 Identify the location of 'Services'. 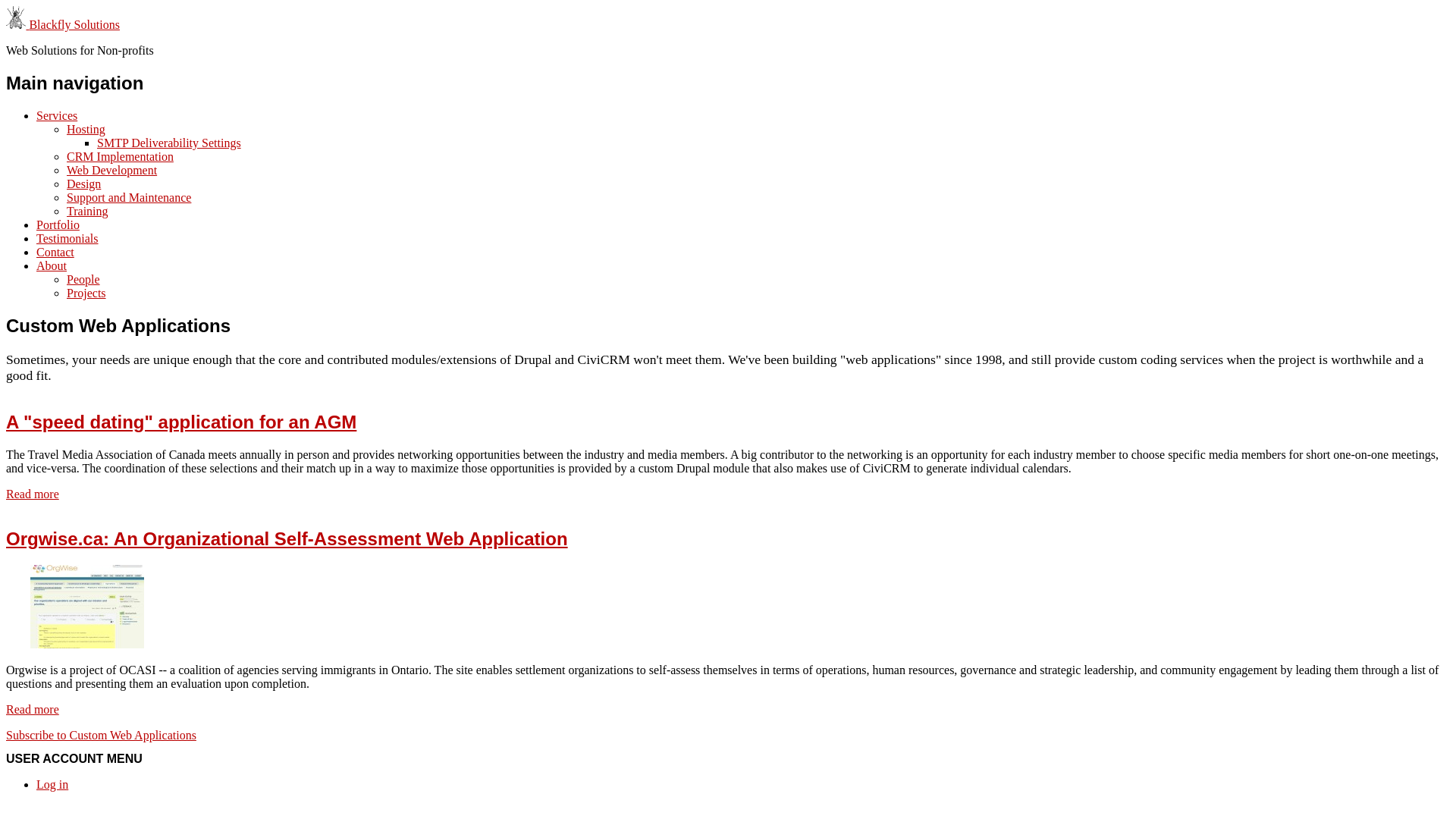
(36, 115).